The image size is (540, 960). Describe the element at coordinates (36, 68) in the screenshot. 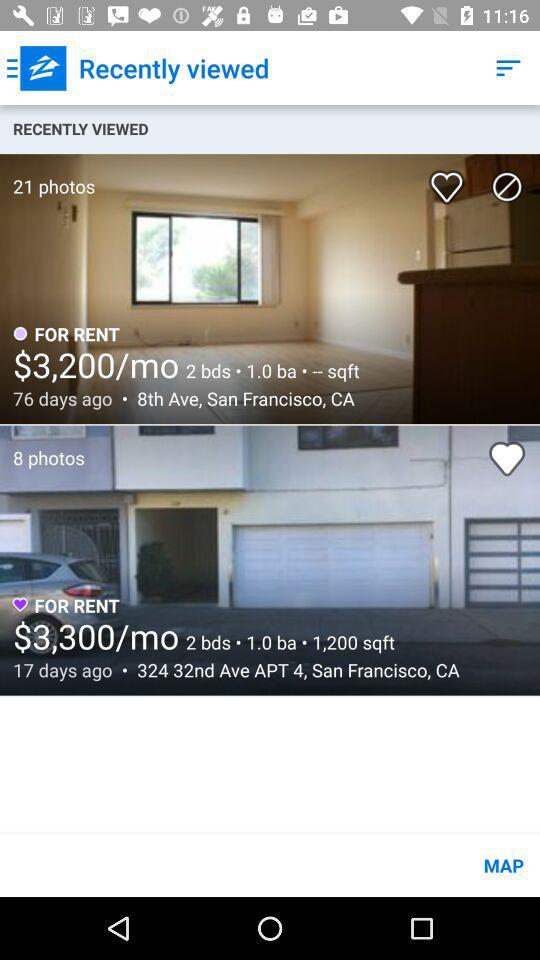

I see `the item above recently viewed icon` at that location.